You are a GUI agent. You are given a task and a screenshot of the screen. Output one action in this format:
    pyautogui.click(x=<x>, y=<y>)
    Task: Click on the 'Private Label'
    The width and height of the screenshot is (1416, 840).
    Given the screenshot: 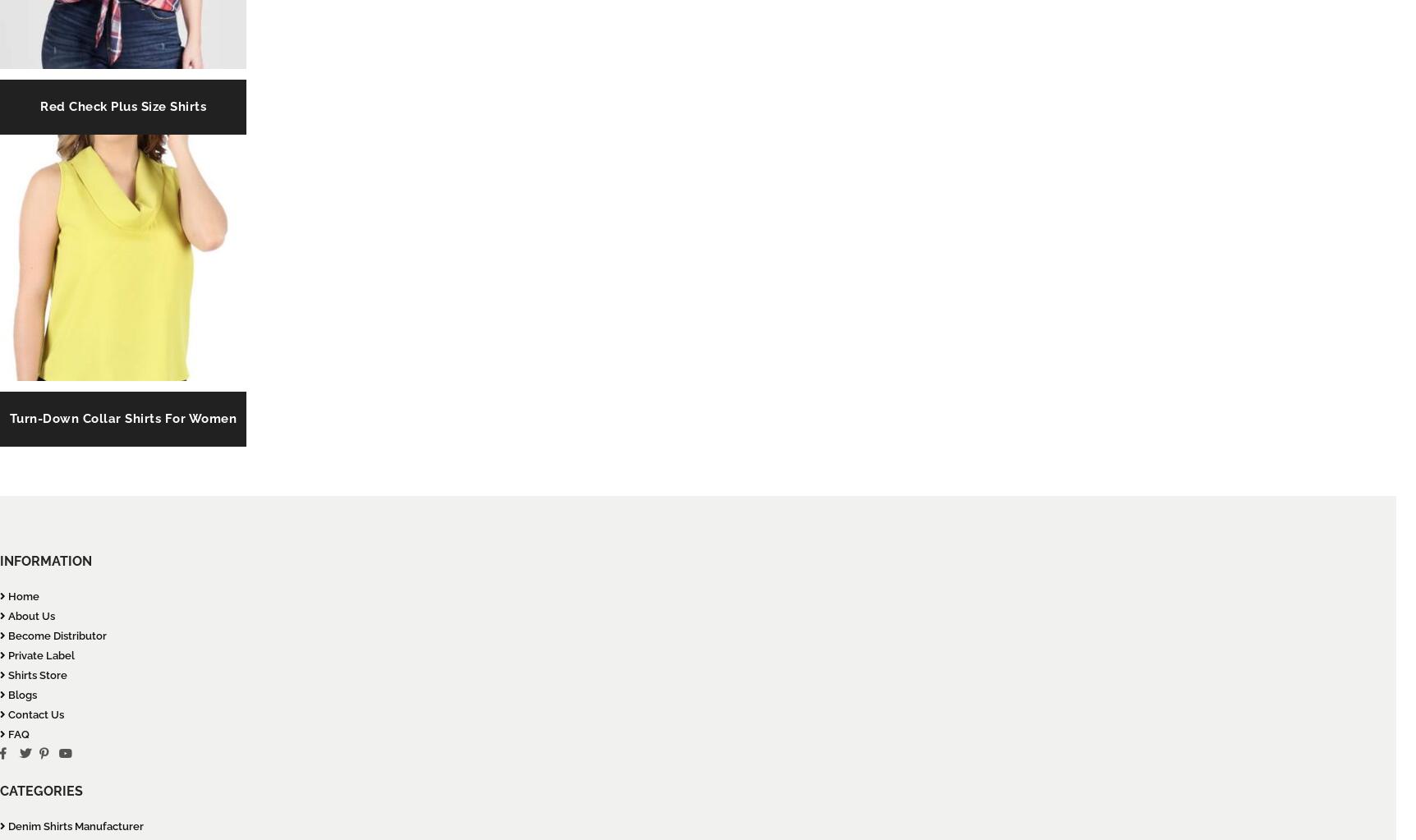 What is the action you would take?
    pyautogui.click(x=39, y=655)
    